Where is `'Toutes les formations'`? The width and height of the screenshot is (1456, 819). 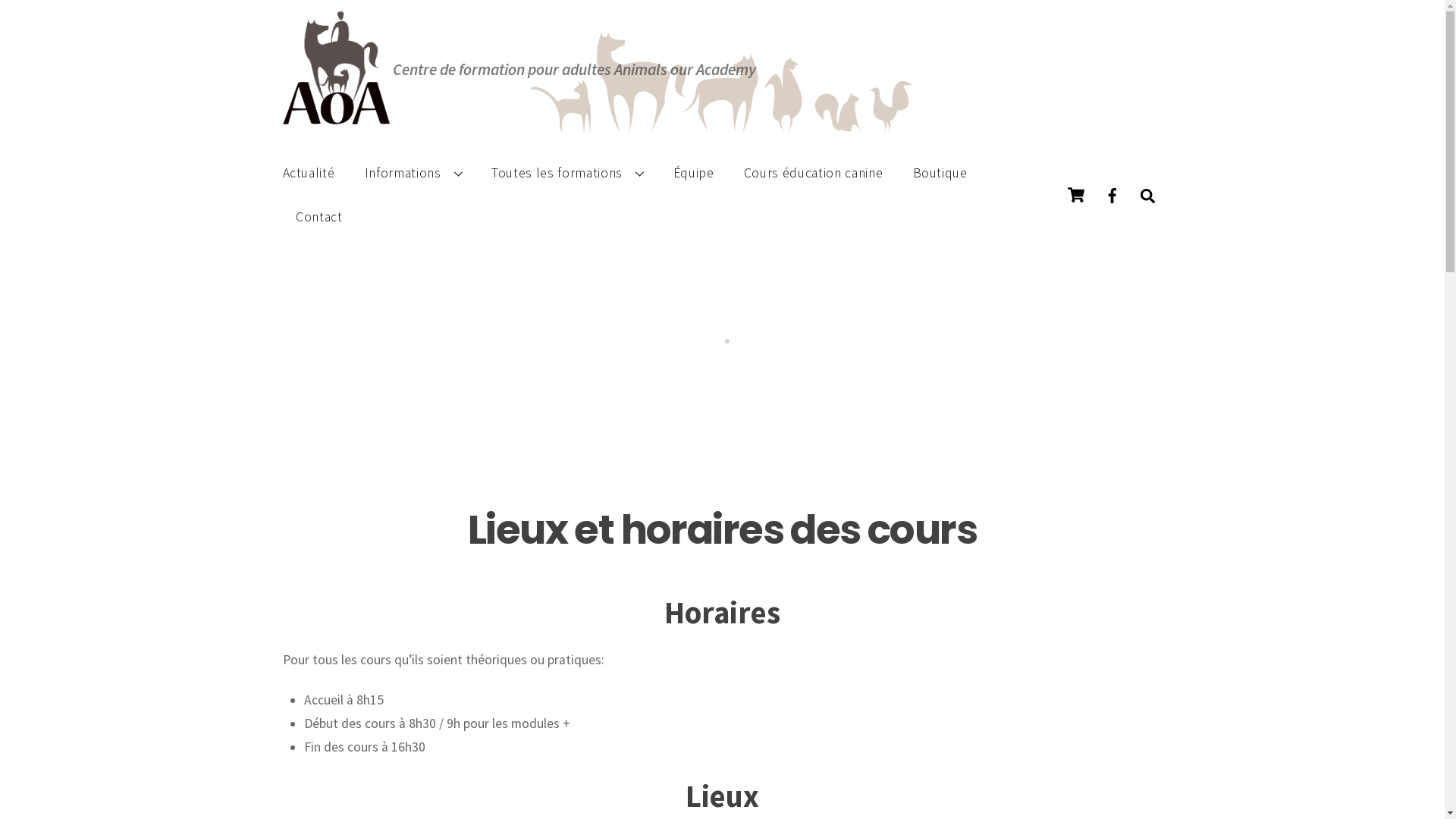 'Toutes les formations' is located at coordinates (566, 172).